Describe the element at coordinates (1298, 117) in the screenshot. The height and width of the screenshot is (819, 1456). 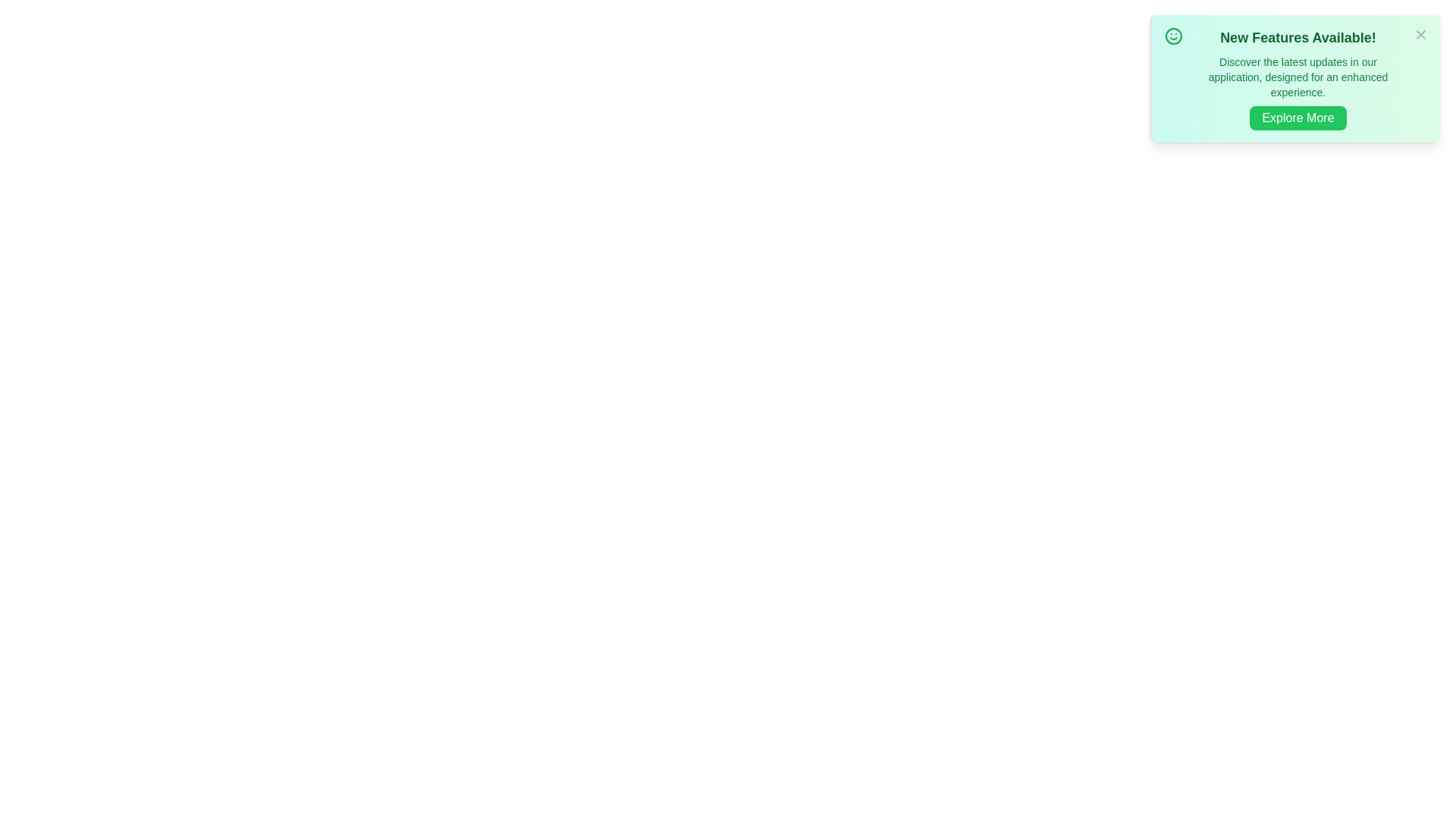
I see `the 'Explore More' button` at that location.